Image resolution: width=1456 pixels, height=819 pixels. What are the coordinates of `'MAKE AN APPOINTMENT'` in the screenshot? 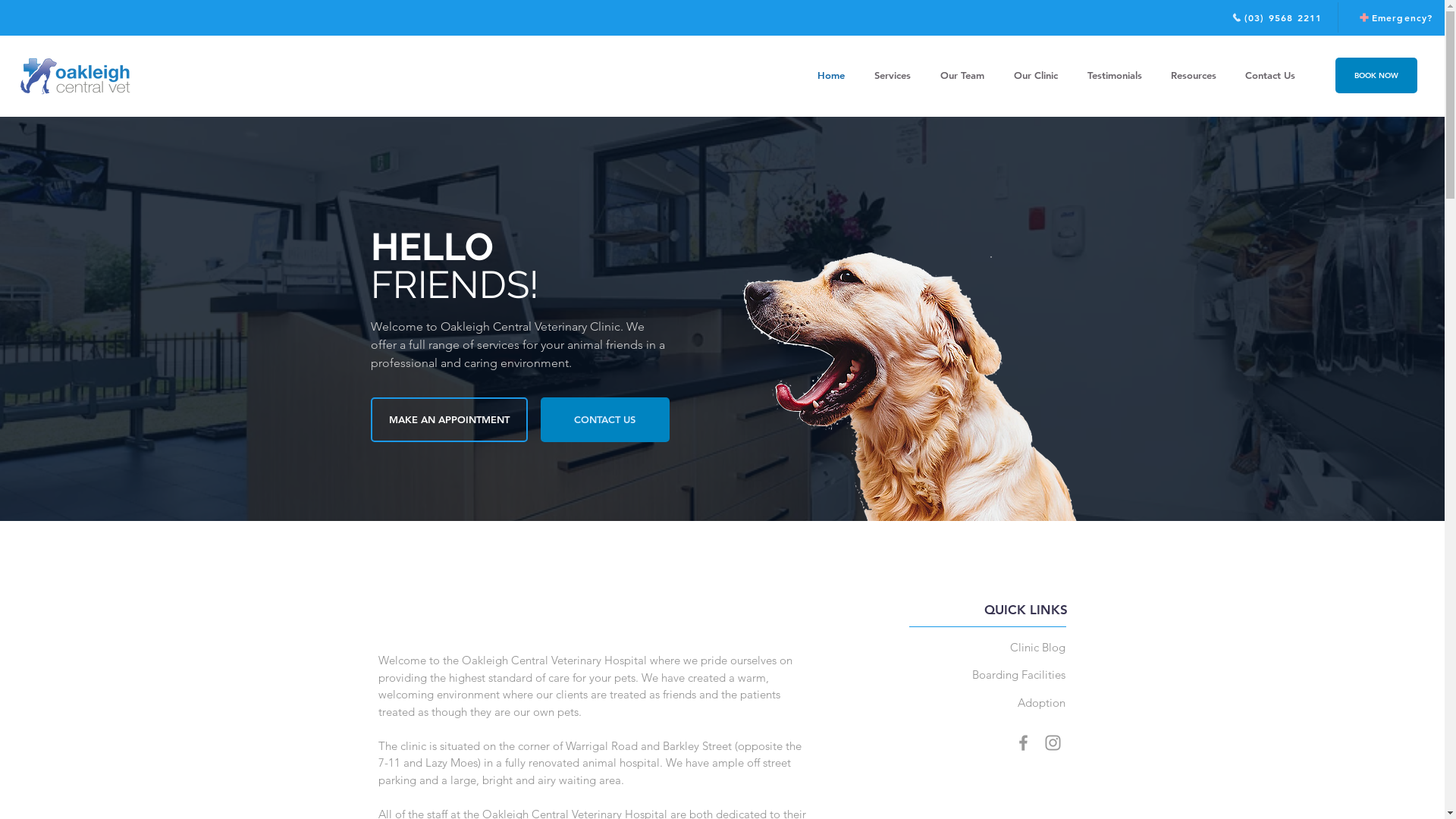 It's located at (447, 419).